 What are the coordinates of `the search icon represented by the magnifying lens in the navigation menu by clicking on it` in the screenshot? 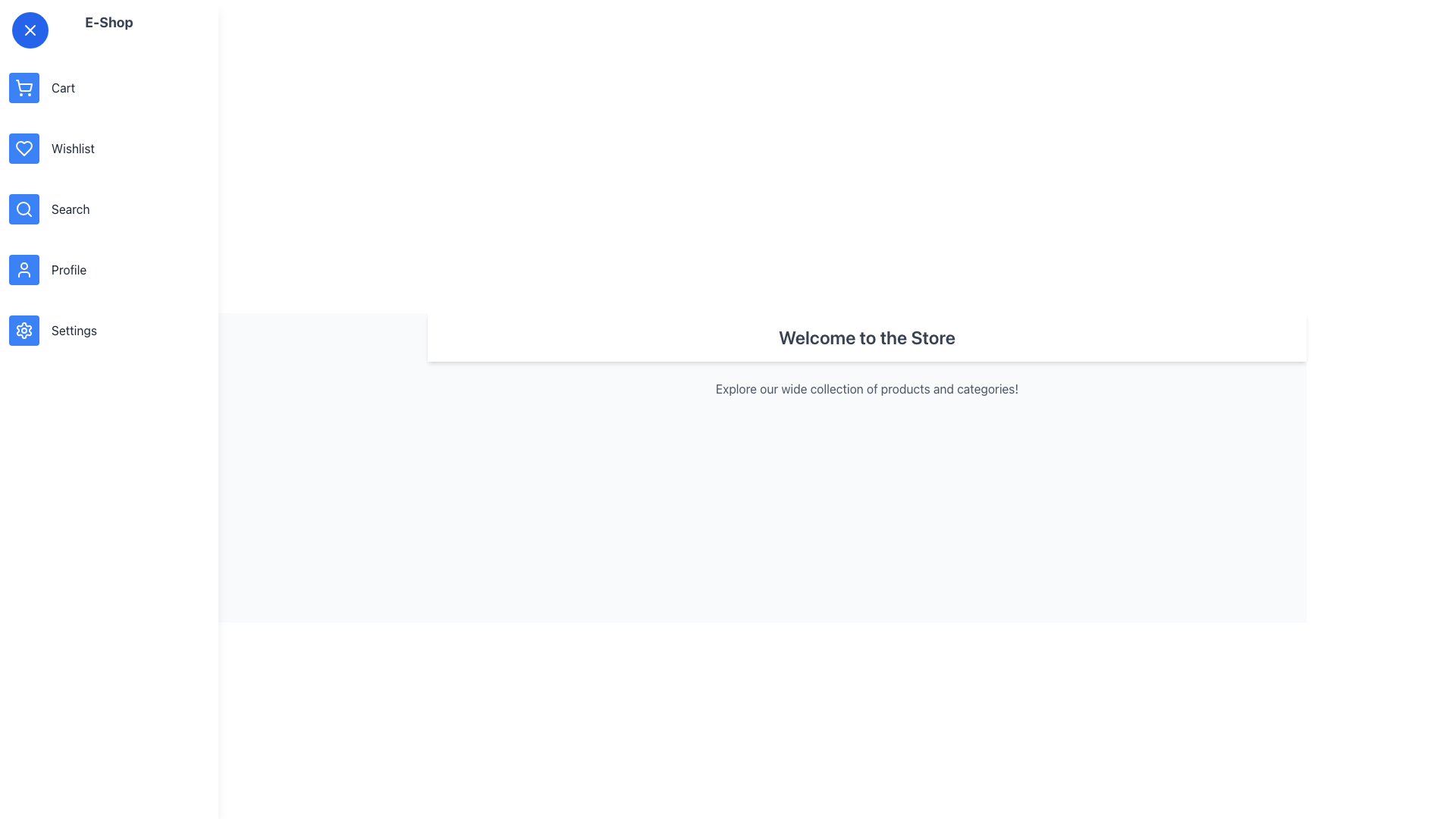 It's located at (23, 208).